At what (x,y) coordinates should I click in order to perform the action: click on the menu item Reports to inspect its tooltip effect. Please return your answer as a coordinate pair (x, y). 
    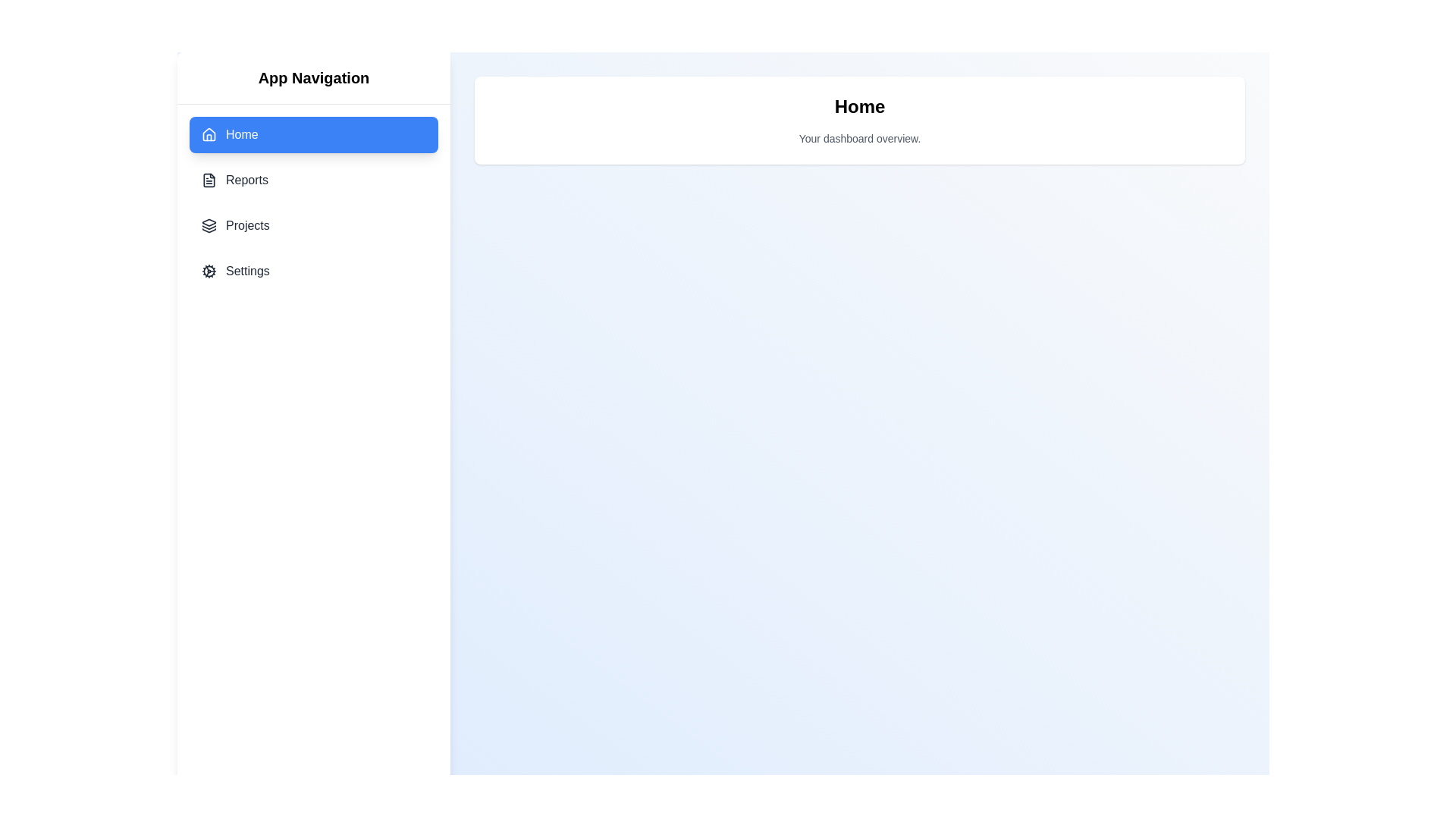
    Looking at the image, I should click on (312, 180).